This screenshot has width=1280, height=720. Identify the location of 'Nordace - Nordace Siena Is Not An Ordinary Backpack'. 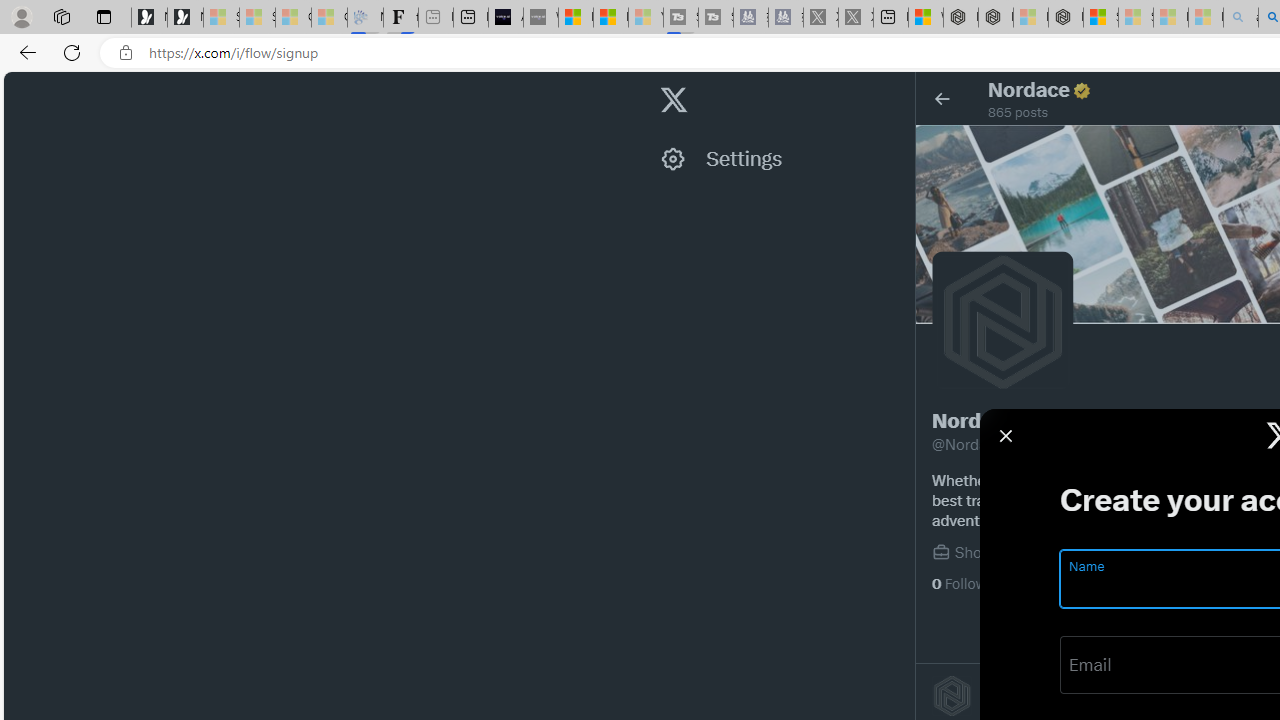
(1064, 17).